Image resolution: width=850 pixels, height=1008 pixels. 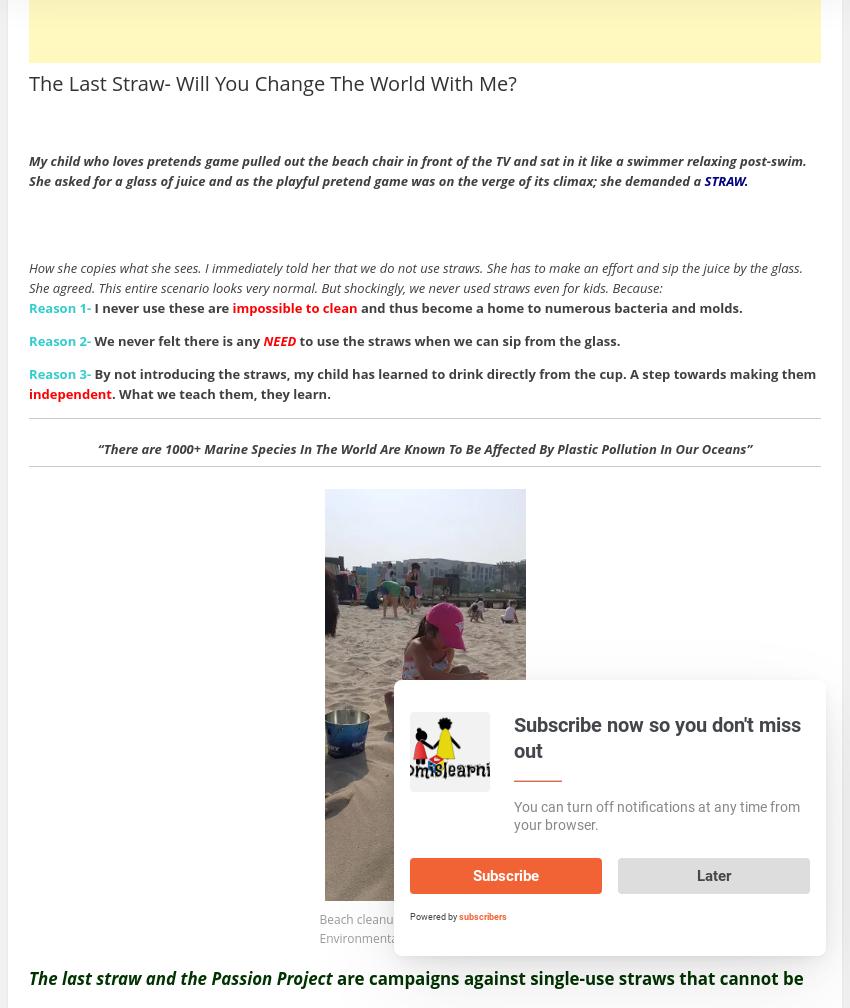 What do you see at coordinates (424, 447) in the screenshot?
I see `'“There are 1000+ Marine Species In The World Are Known To Be Affected By Plastic Pollution In Our Oceans”'` at bounding box center [424, 447].